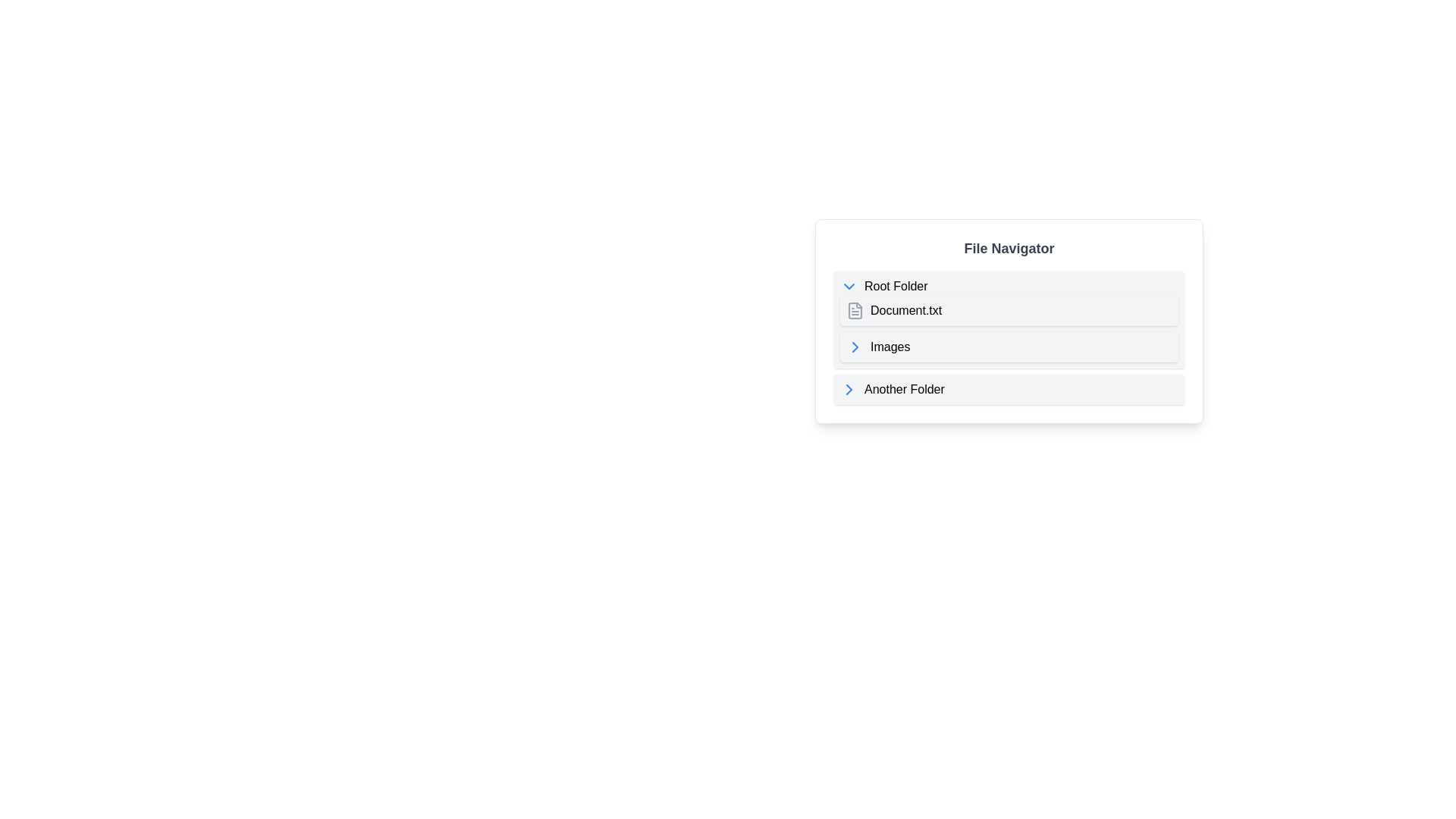  What do you see at coordinates (1009, 337) in the screenshot?
I see `an item in the nested directory structure of the 'File Navigator'` at bounding box center [1009, 337].